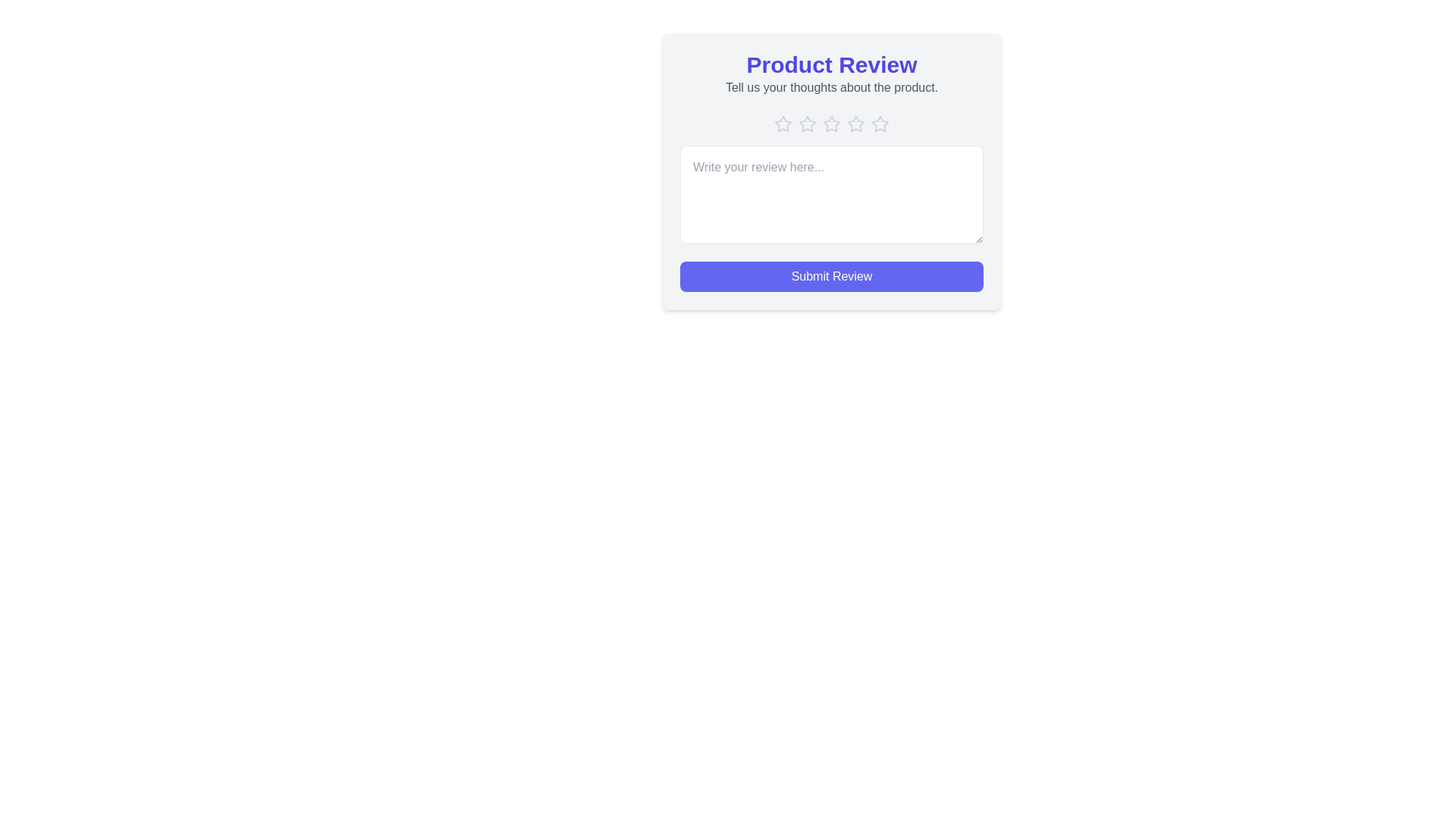  I want to click on the third star icon in the rating system, so click(831, 124).